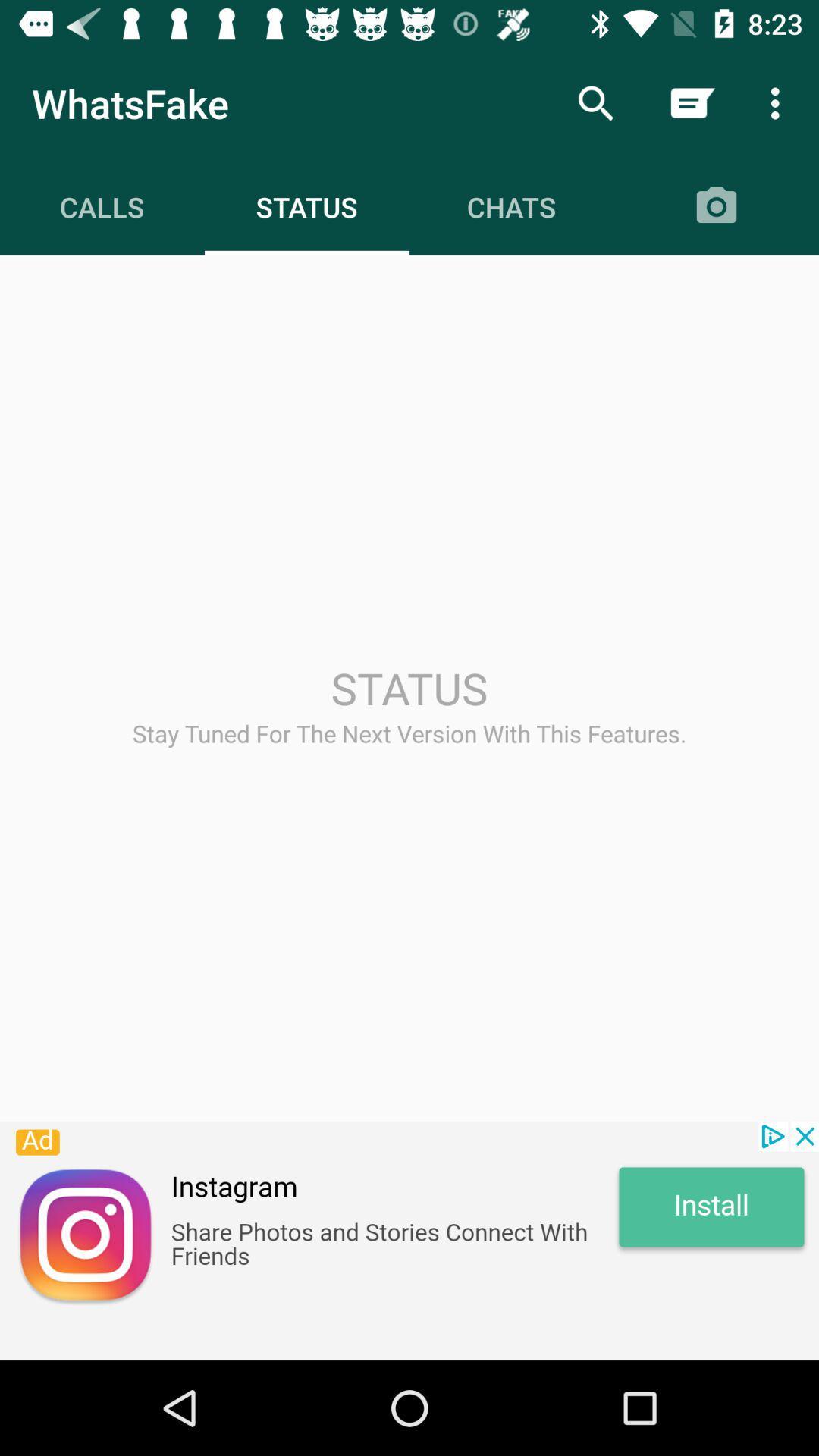 The width and height of the screenshot is (819, 1456). I want to click on the advertisement, so click(409, 1241).